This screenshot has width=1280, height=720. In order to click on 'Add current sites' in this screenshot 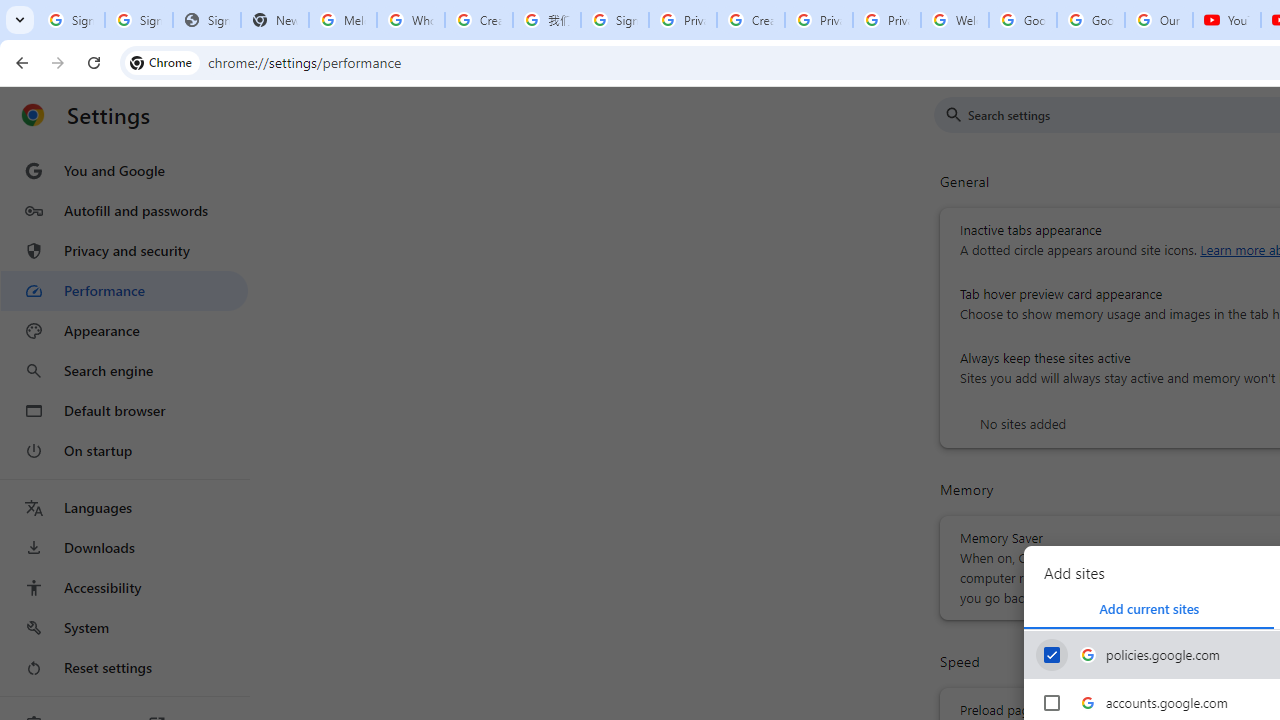, I will do `click(1149, 608)`.